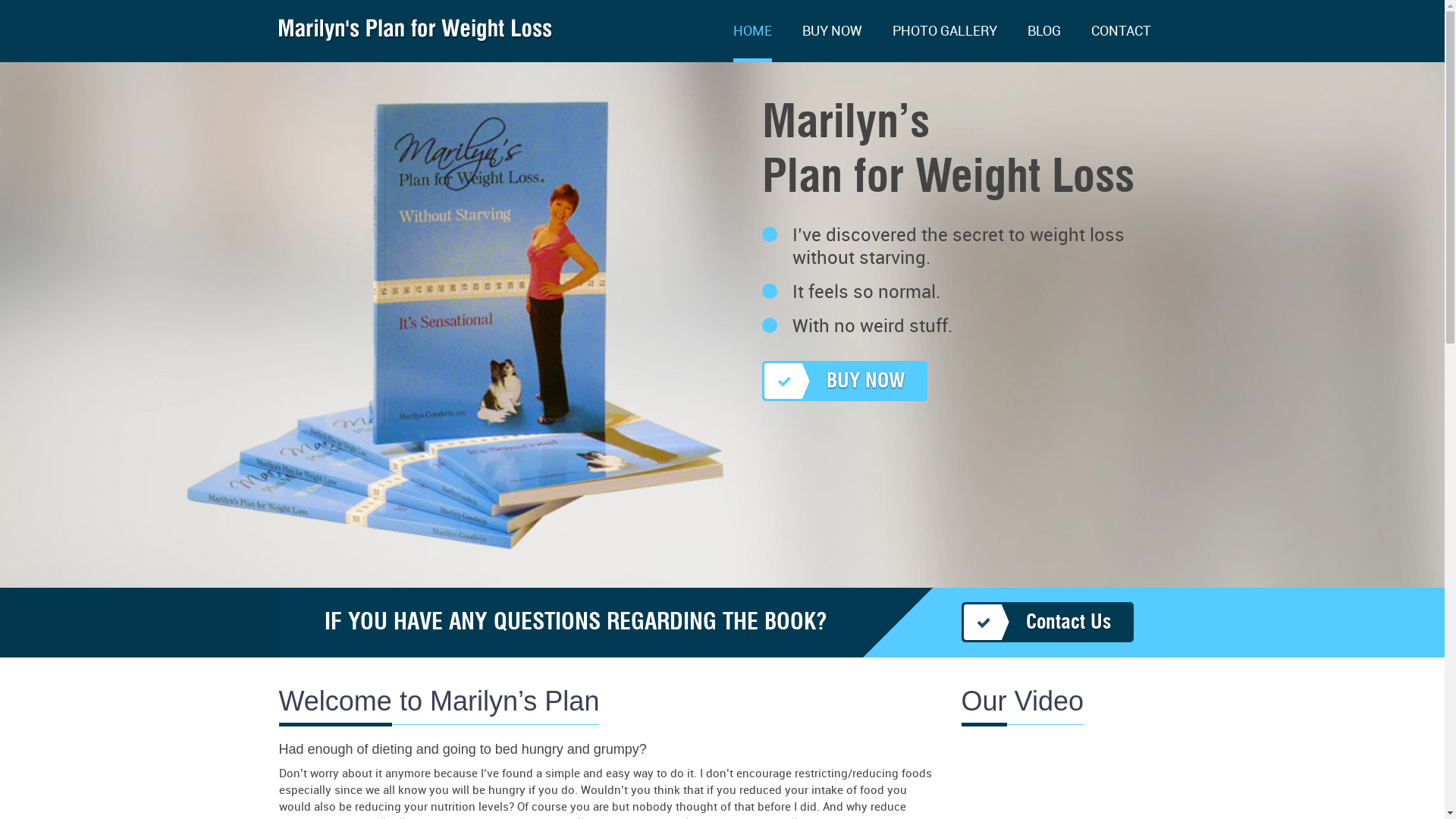 Image resolution: width=1456 pixels, height=819 pixels. What do you see at coordinates (416, 36) in the screenshot?
I see `'Marilyn's Plan for Weight Loss'` at bounding box center [416, 36].